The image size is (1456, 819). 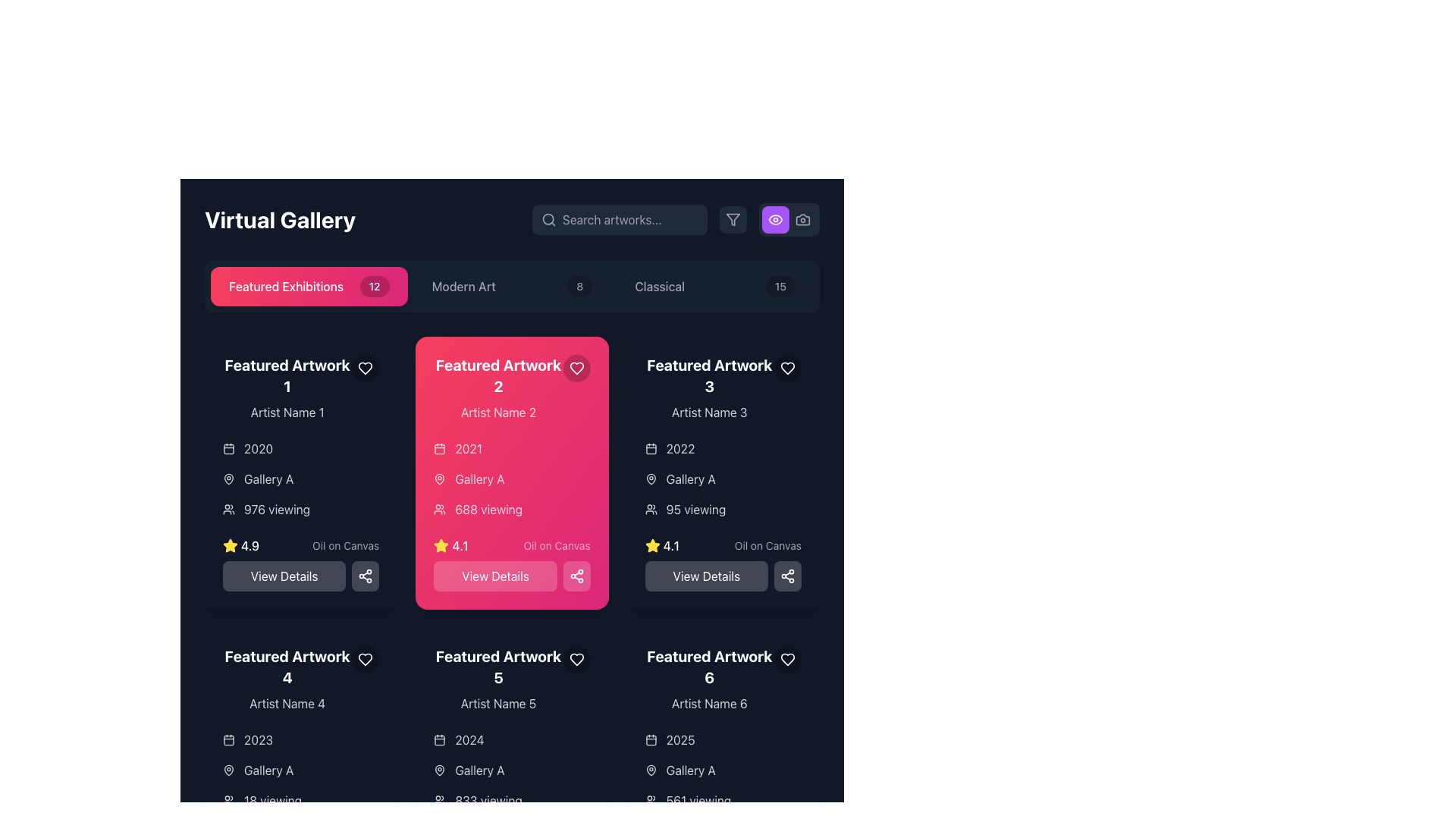 What do you see at coordinates (228, 479) in the screenshot?
I see `the map pin icon element located within the second card labeled 'Featured Artwork 2', adjacent to the label 'Gallery A'` at bounding box center [228, 479].